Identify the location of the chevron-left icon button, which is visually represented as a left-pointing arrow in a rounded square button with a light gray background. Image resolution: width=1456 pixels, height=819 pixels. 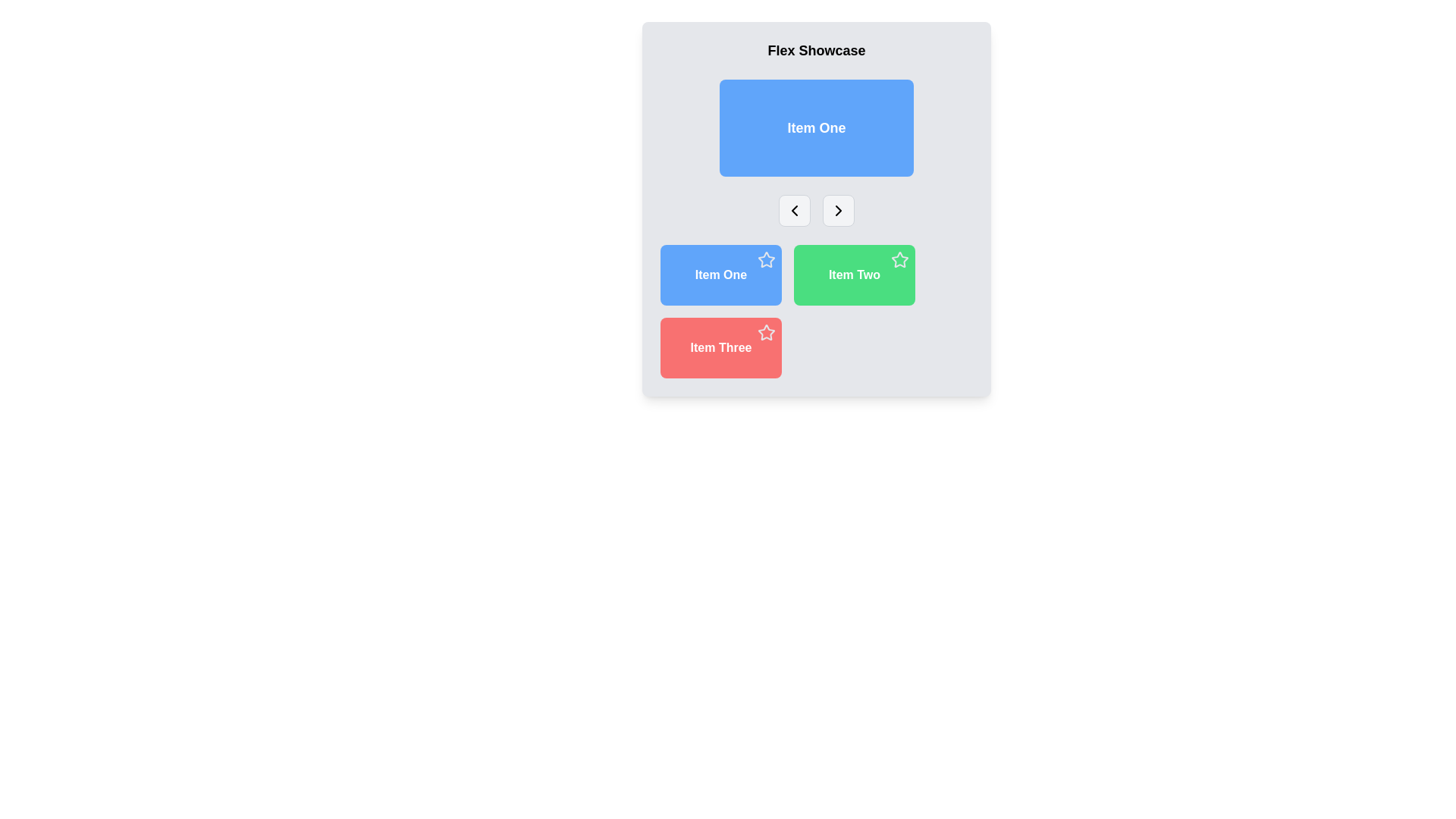
(793, 210).